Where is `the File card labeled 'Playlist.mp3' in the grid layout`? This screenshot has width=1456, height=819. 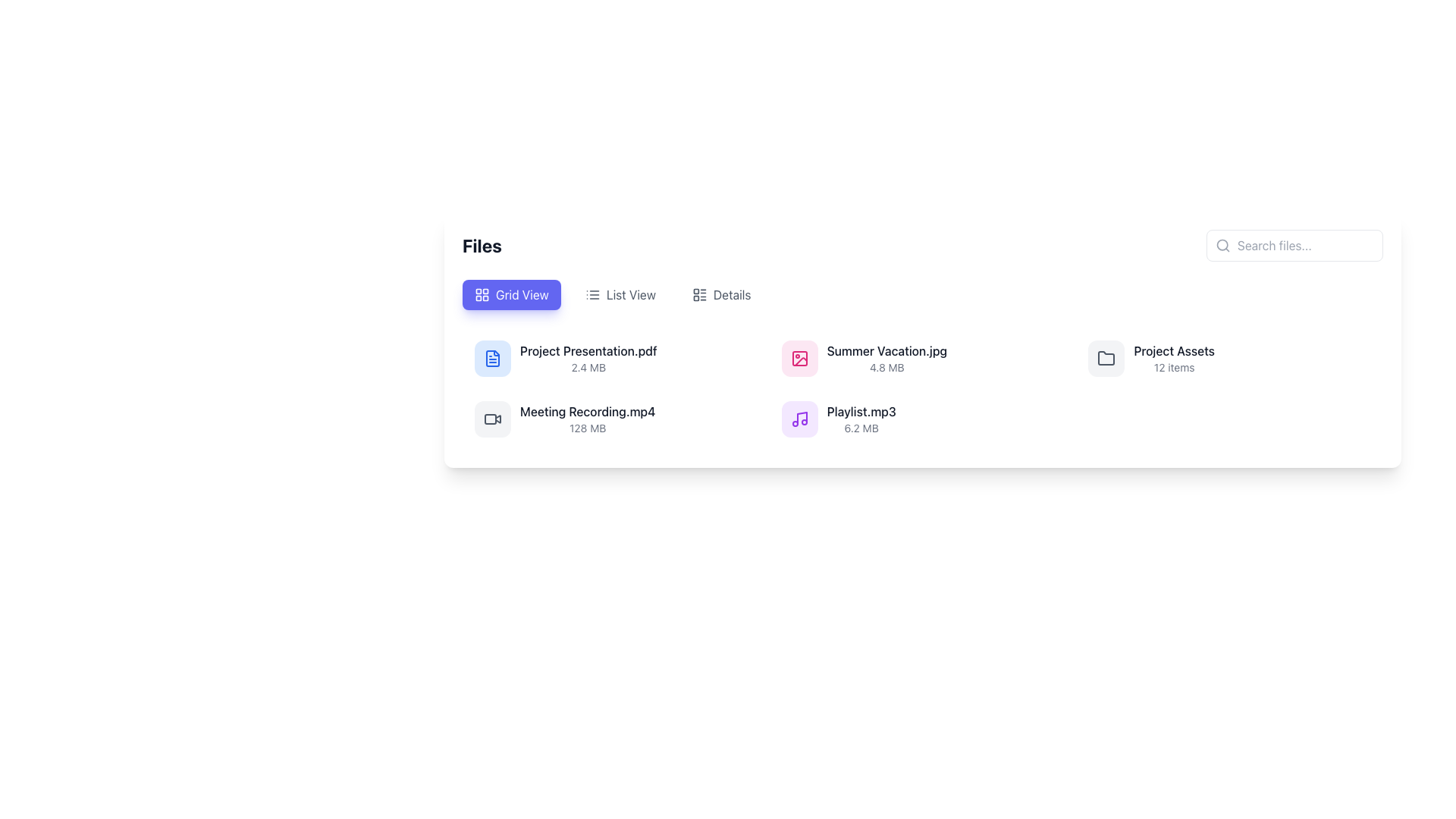 the File card labeled 'Playlist.mp3' in the grid layout is located at coordinates (921, 419).